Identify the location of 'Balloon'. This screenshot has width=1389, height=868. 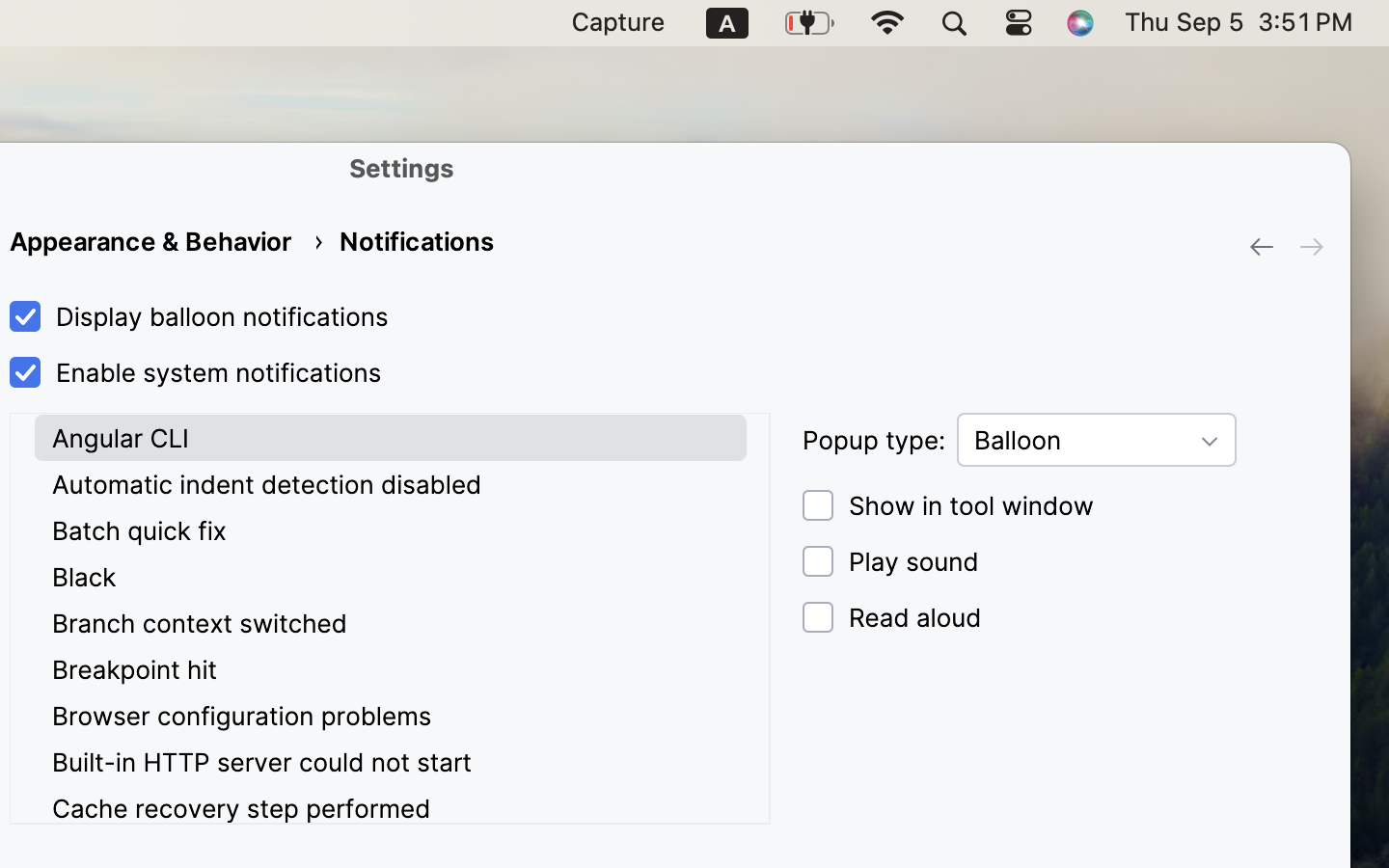
(1096, 439).